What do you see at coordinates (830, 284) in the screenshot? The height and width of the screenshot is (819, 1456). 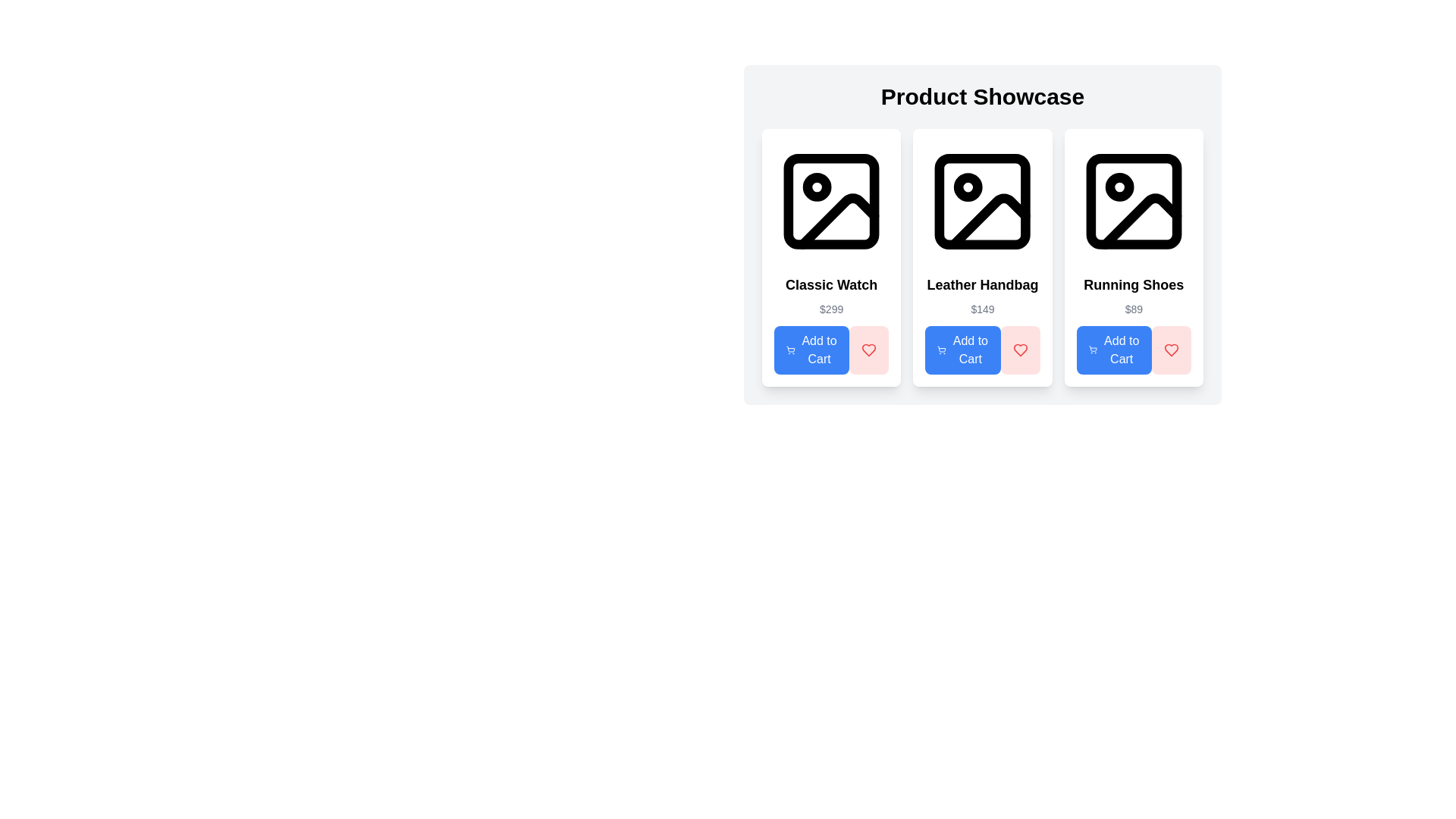 I see `the product name label displayed in the top-middle portion of the product card, which serves as a clear identifier for the showcased product` at bounding box center [830, 284].